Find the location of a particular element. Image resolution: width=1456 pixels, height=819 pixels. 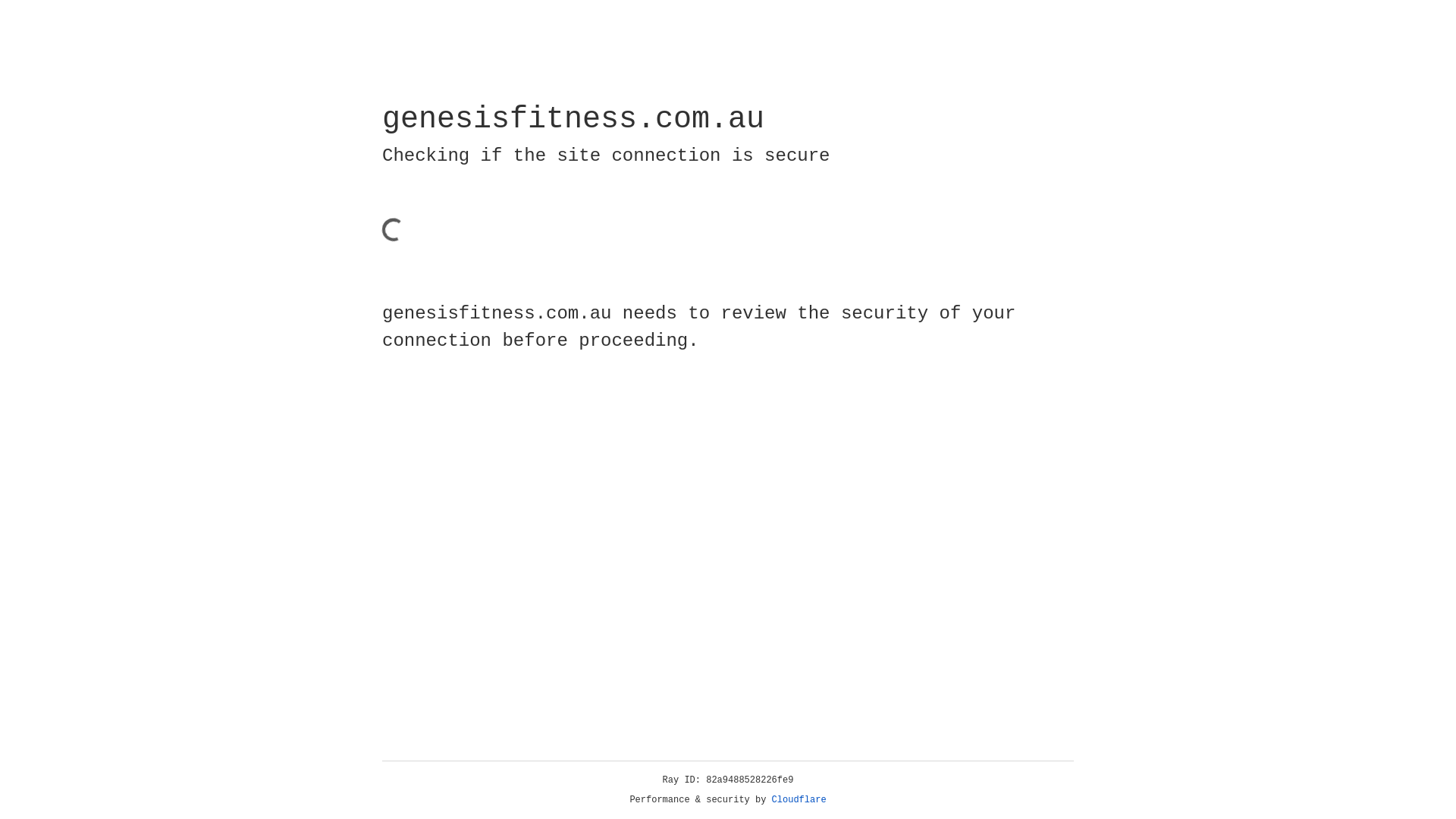

'Cloudflare' is located at coordinates (799, 799).